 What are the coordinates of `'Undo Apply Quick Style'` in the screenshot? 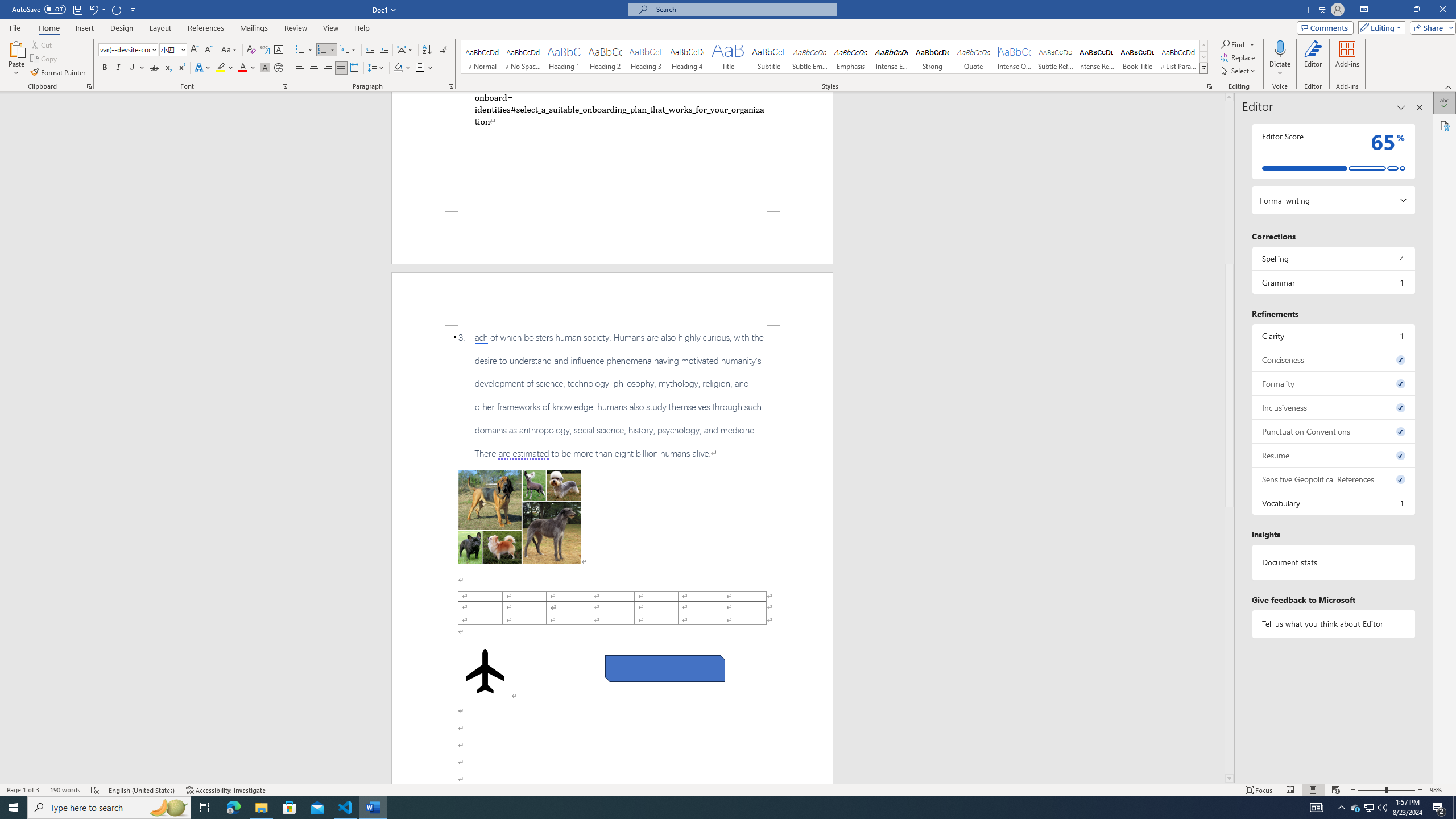 It's located at (93, 9).